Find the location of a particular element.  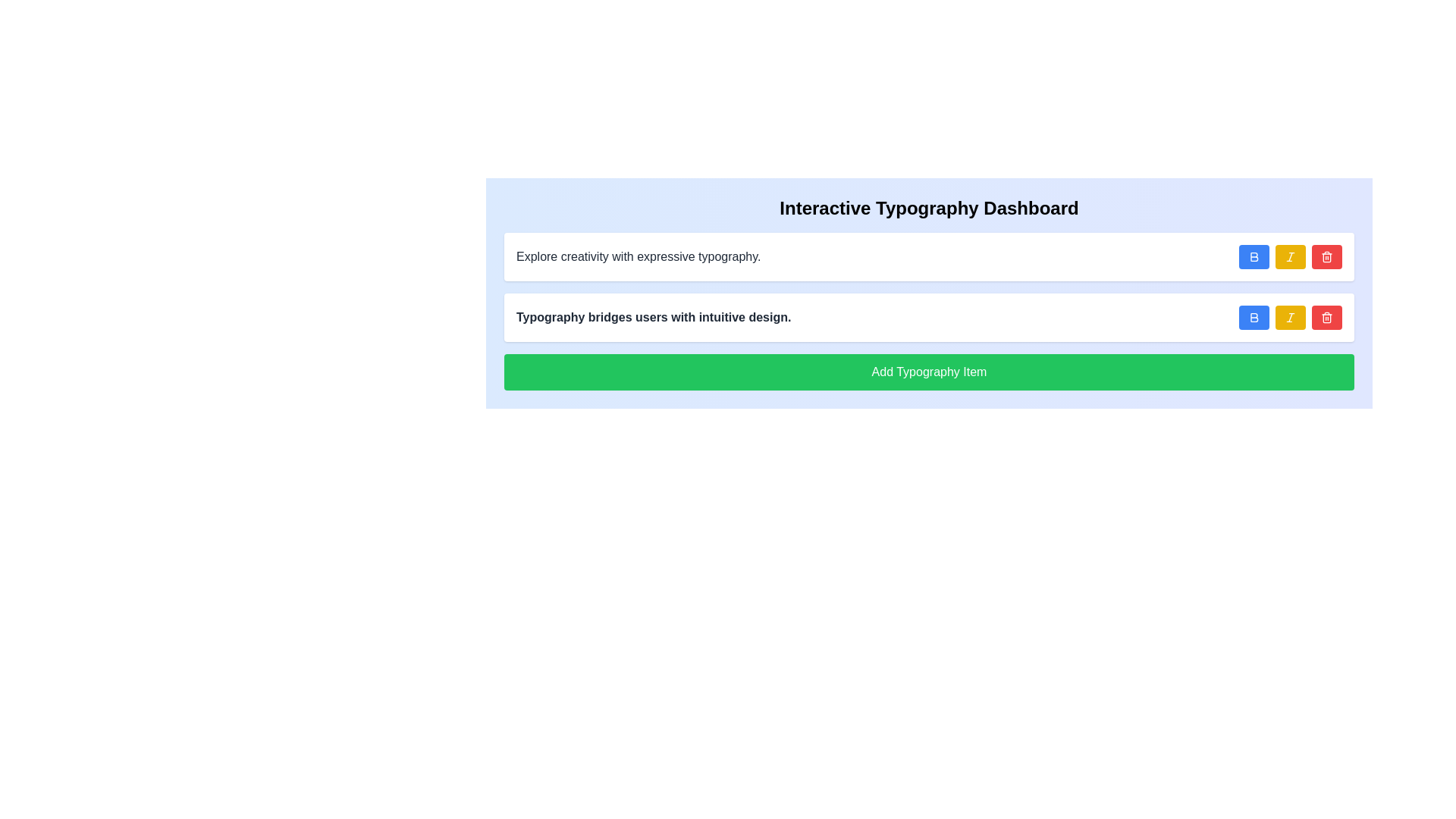

the red trash can icon button located on the rightmost side of a horizontal group of three icons is located at coordinates (1326, 256).